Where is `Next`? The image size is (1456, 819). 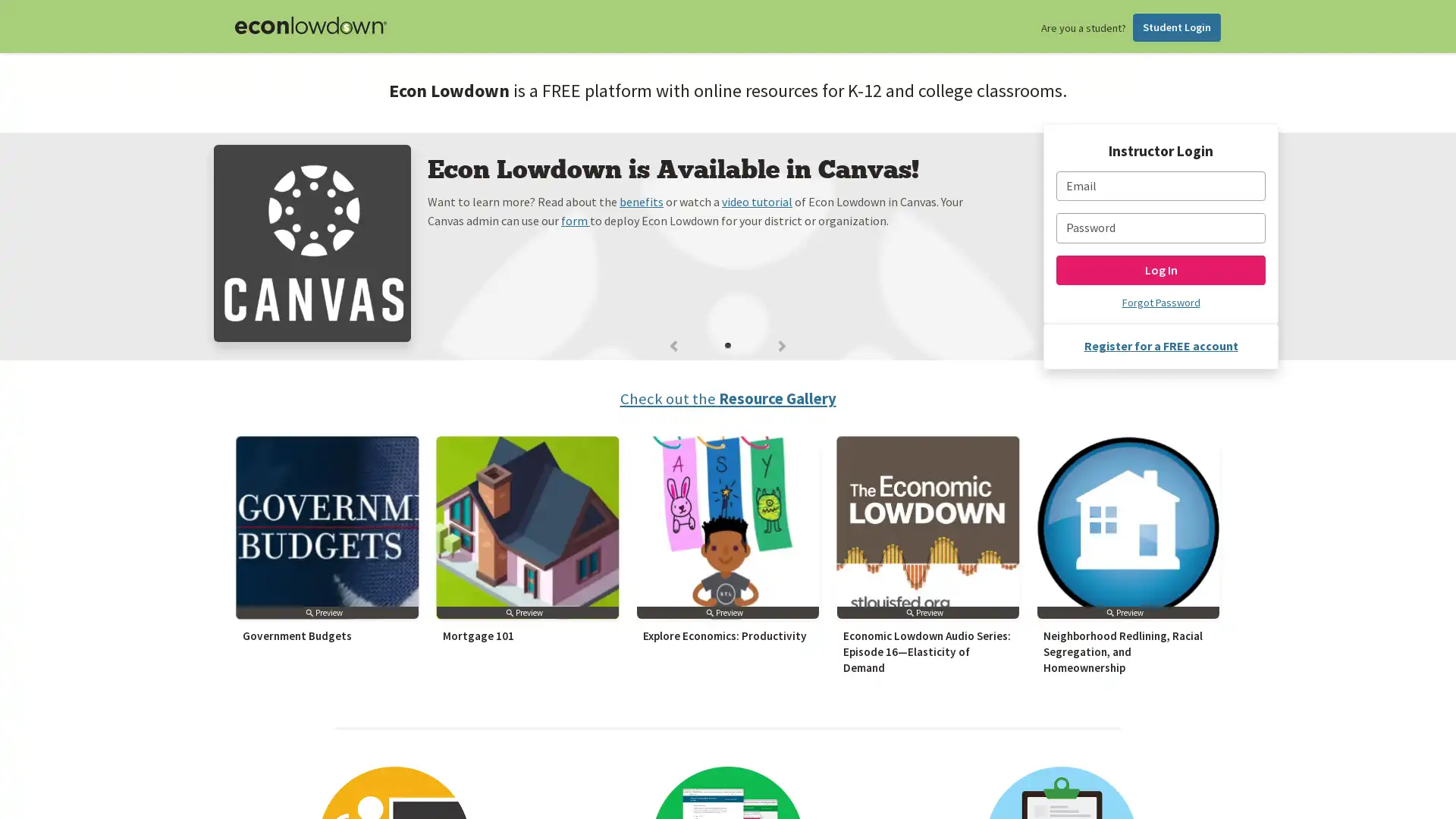
Next is located at coordinates (782, 345).